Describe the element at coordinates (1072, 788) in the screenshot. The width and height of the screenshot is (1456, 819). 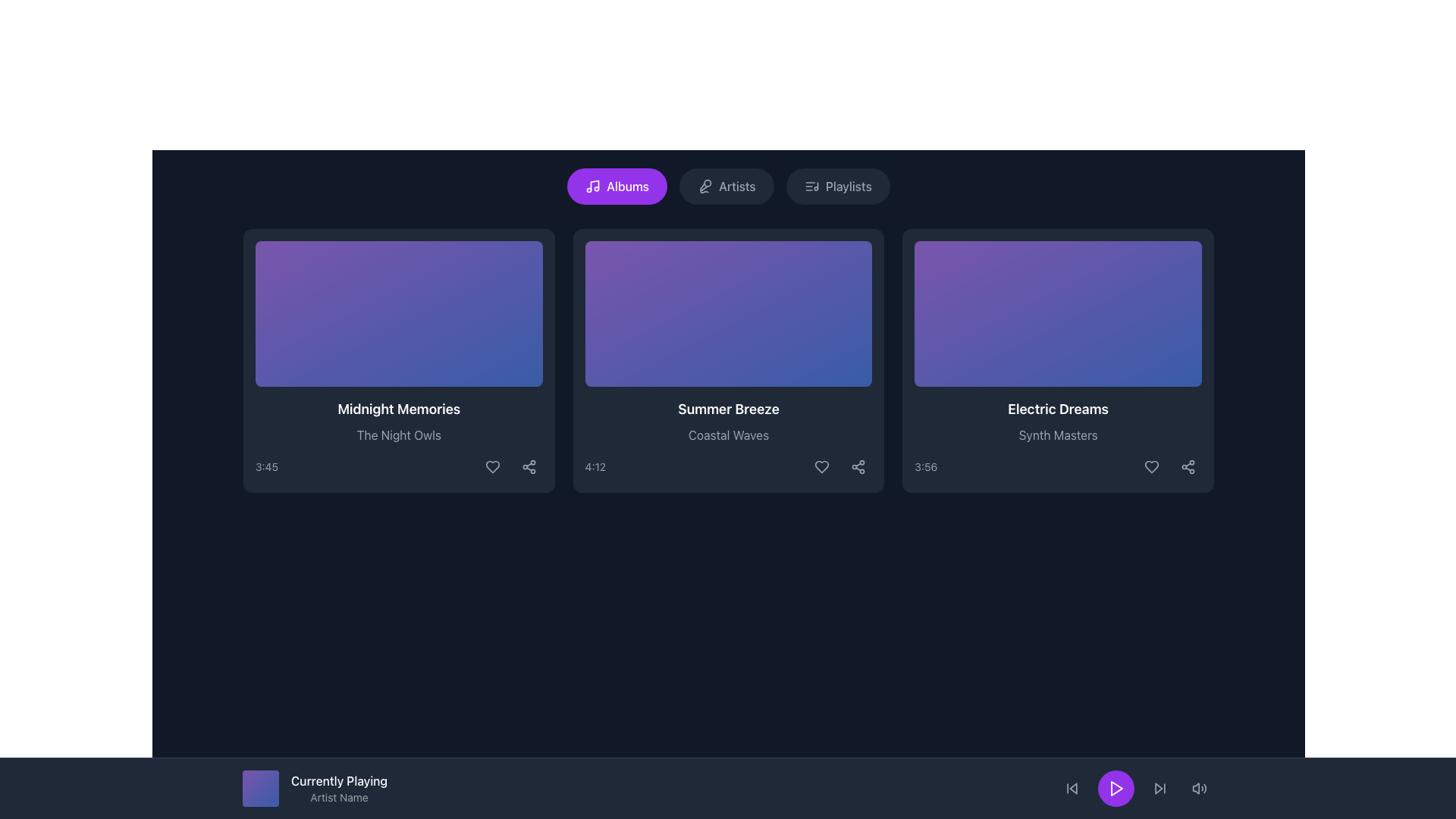
I see `the compact back-skip button styled with a minimalistic outline design located at the left-most position of the bottom control bar` at that location.